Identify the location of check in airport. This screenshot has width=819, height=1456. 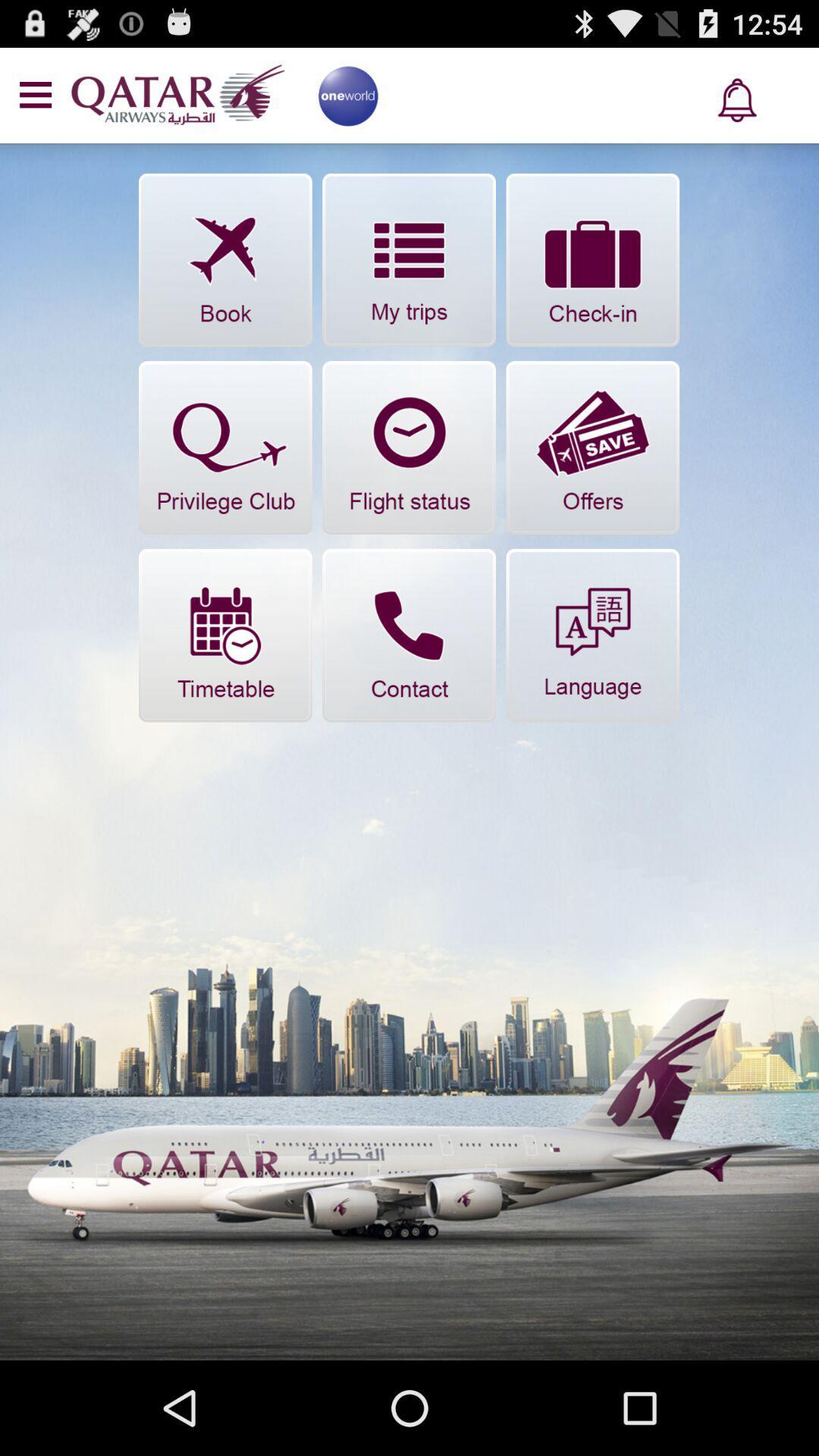
(591, 260).